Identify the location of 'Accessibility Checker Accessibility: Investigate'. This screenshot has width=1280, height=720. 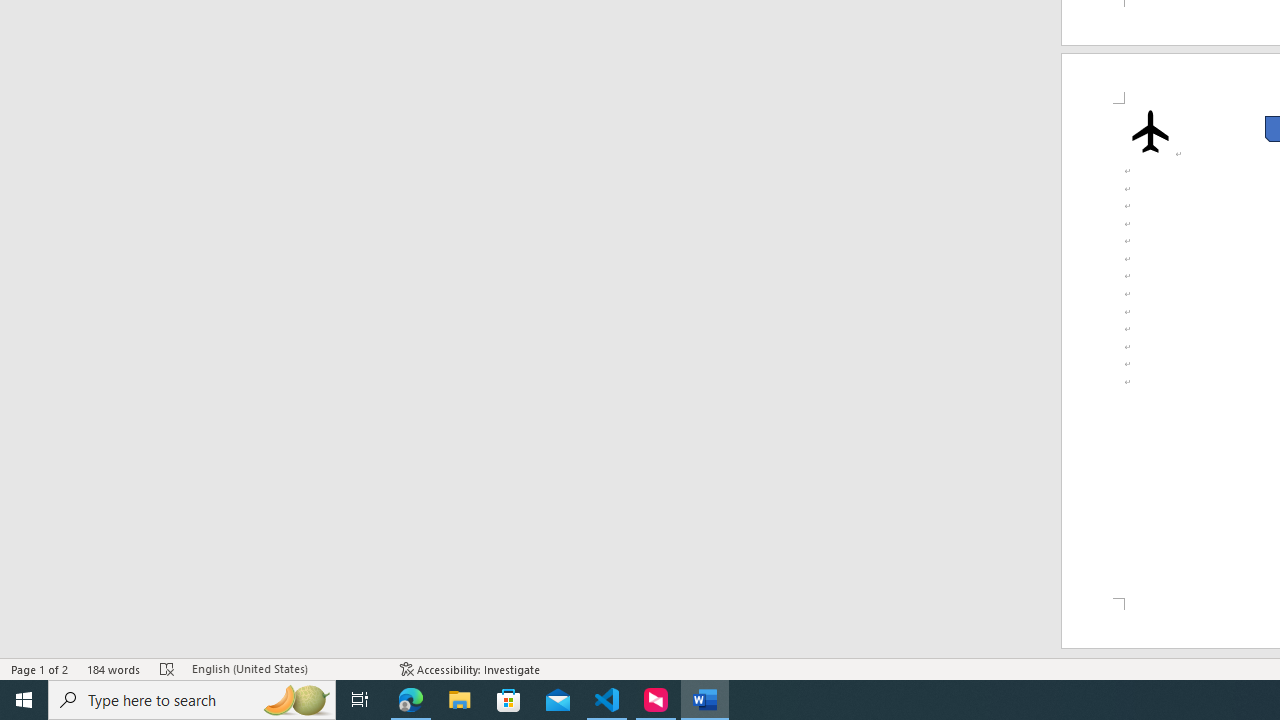
(469, 669).